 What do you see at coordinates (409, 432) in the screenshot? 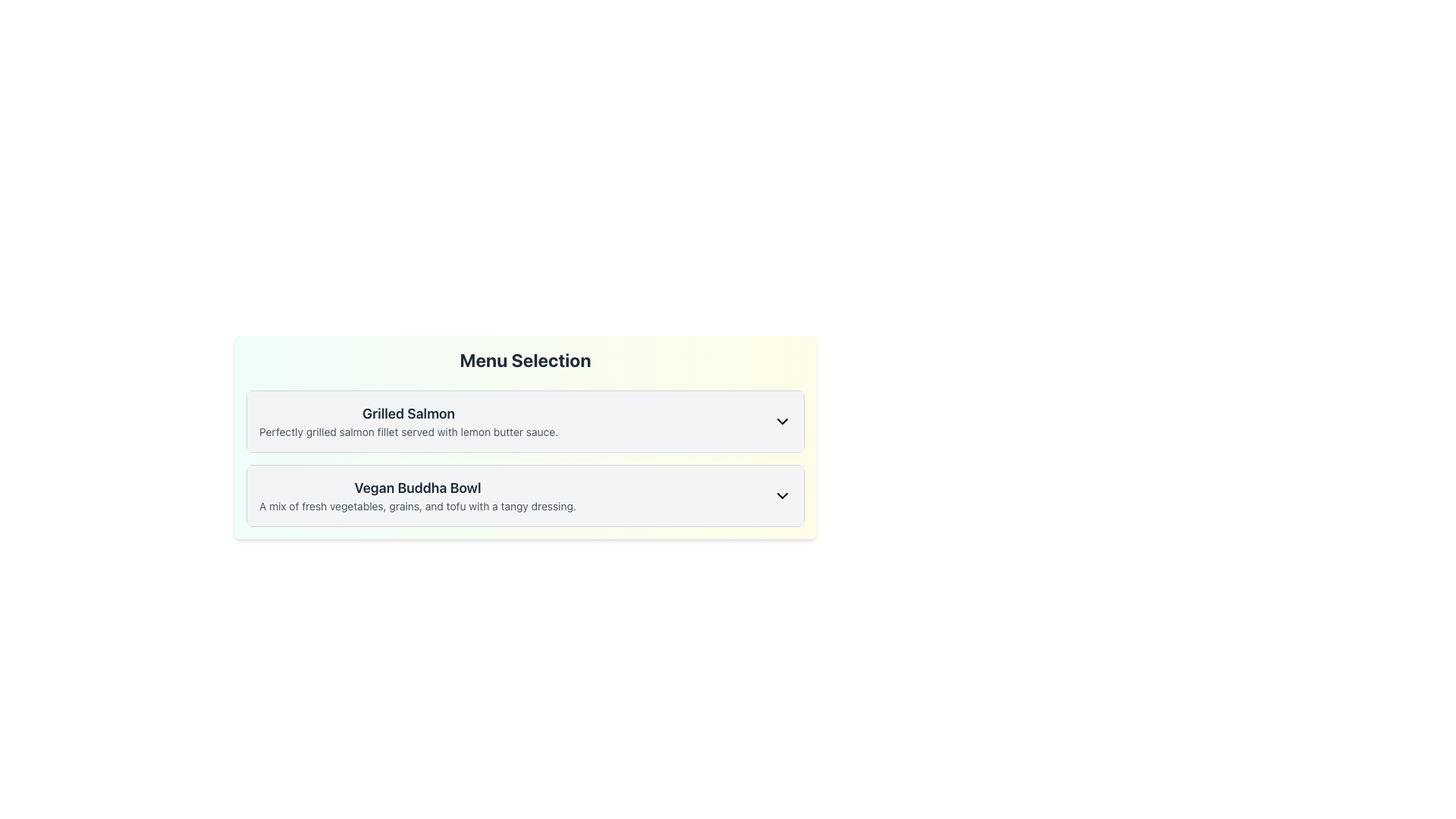
I see `the text label that reads 'Perfectly grilled salmon fillet served with lemon butter sauce.' which is styled in a small, gray font and located below the title 'Grilled Salmon' in the Menu Selection section` at bounding box center [409, 432].